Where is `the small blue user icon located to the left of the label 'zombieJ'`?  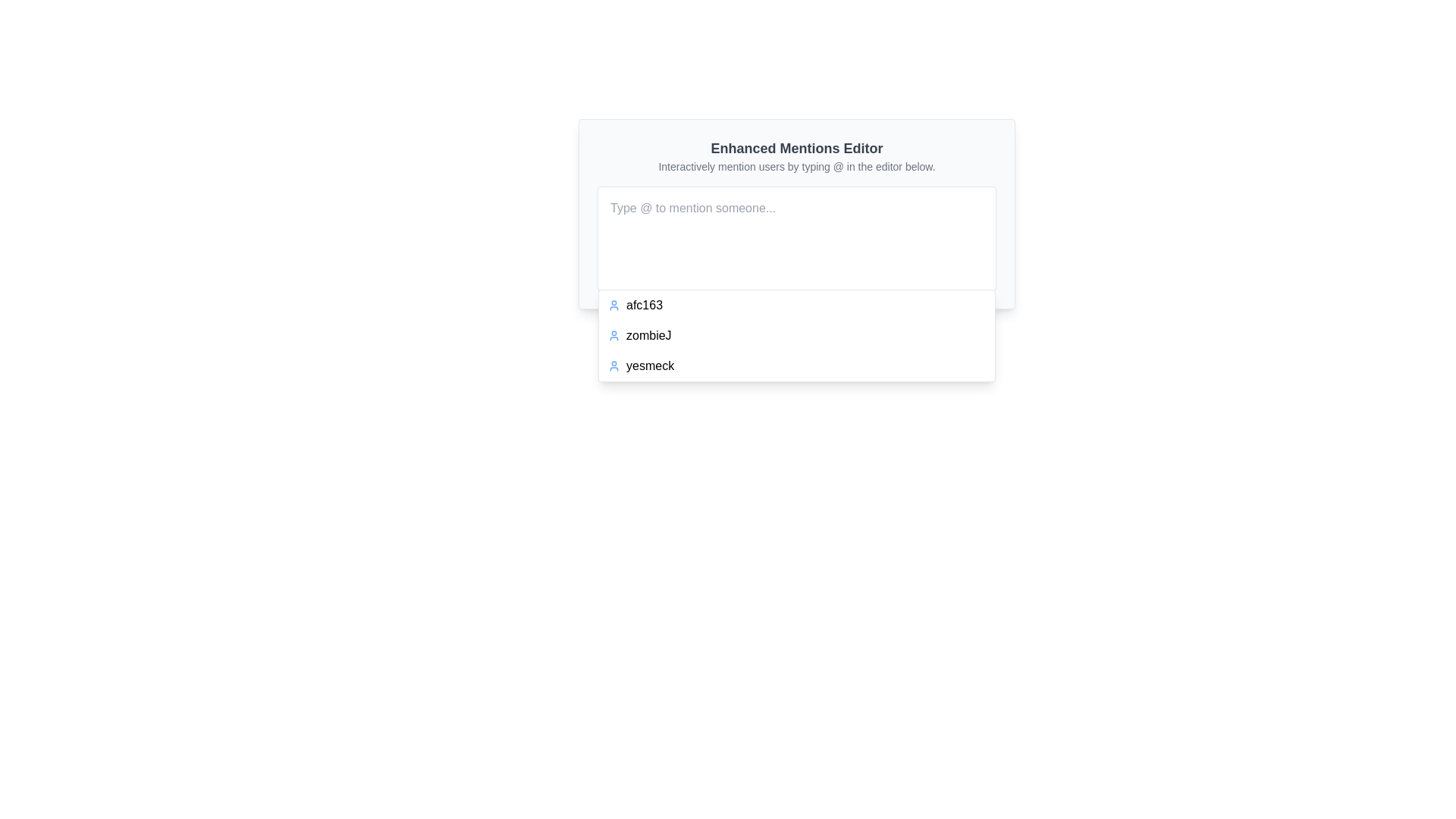
the small blue user icon located to the left of the label 'zombieJ' is located at coordinates (614, 335).